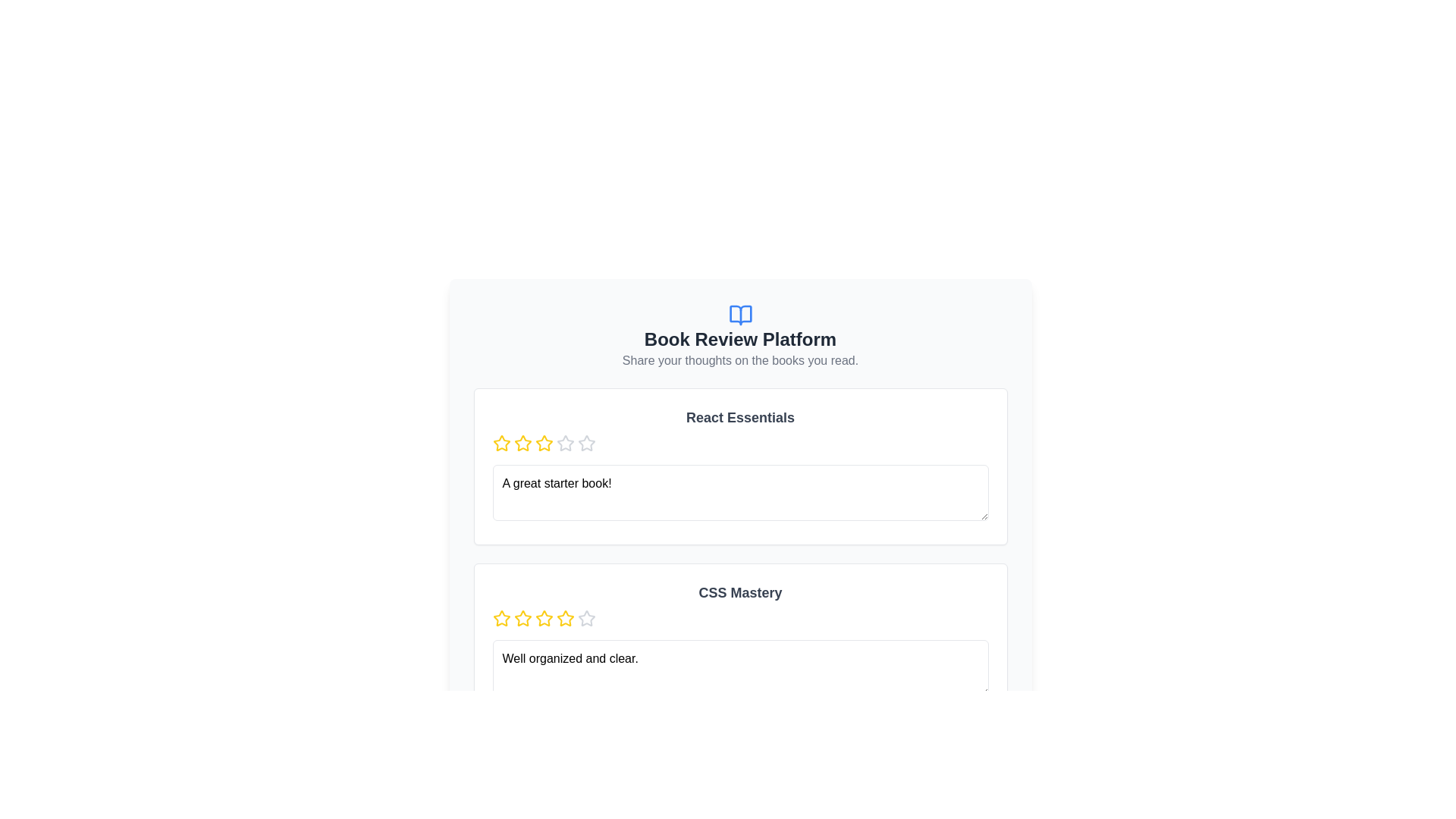  I want to click on the second yellow star-shaped rating icon in the rating section for the book 'CSS Mastery', so click(522, 619).